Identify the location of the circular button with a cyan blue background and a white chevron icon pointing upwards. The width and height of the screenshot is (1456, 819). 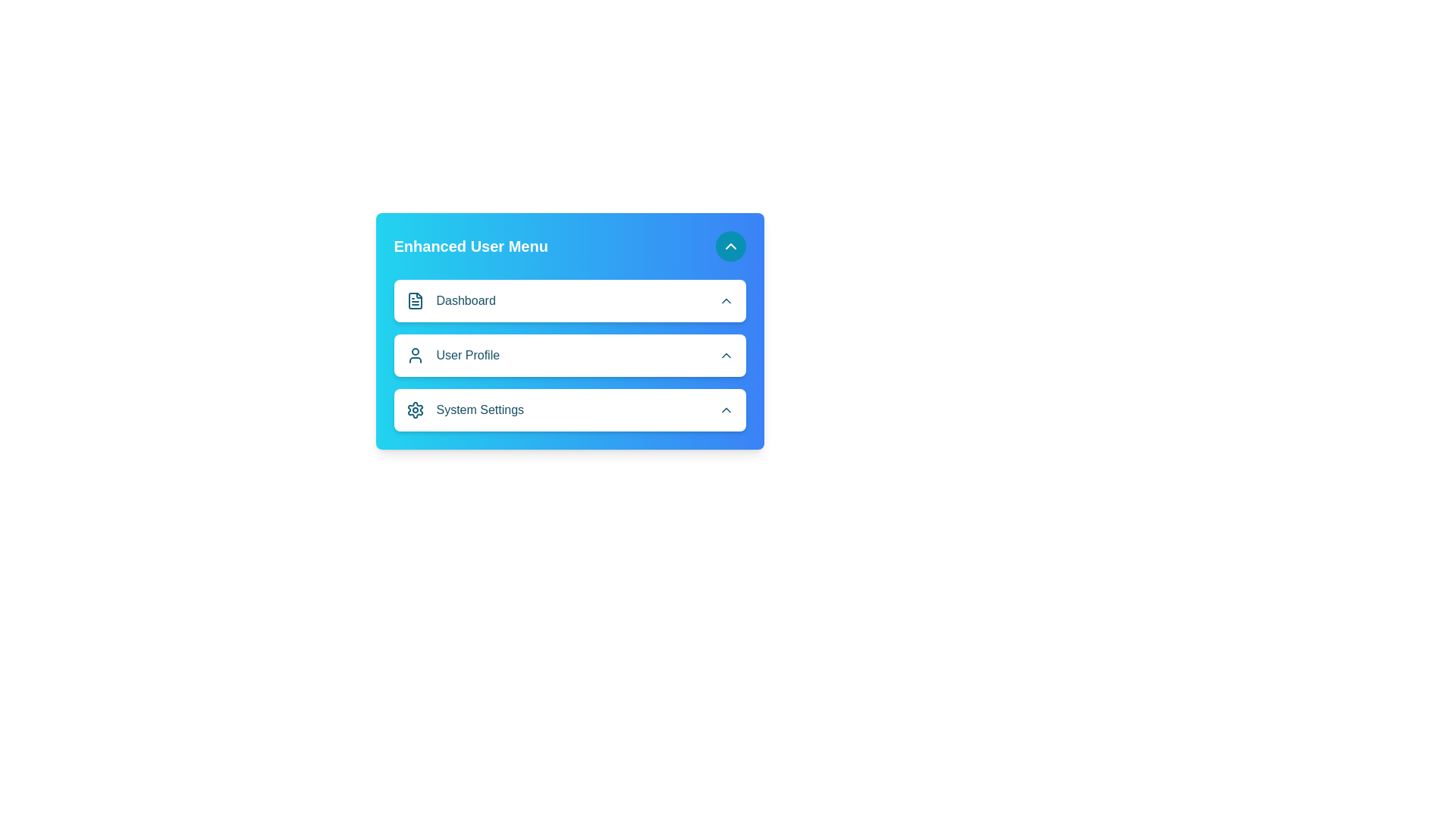
(730, 245).